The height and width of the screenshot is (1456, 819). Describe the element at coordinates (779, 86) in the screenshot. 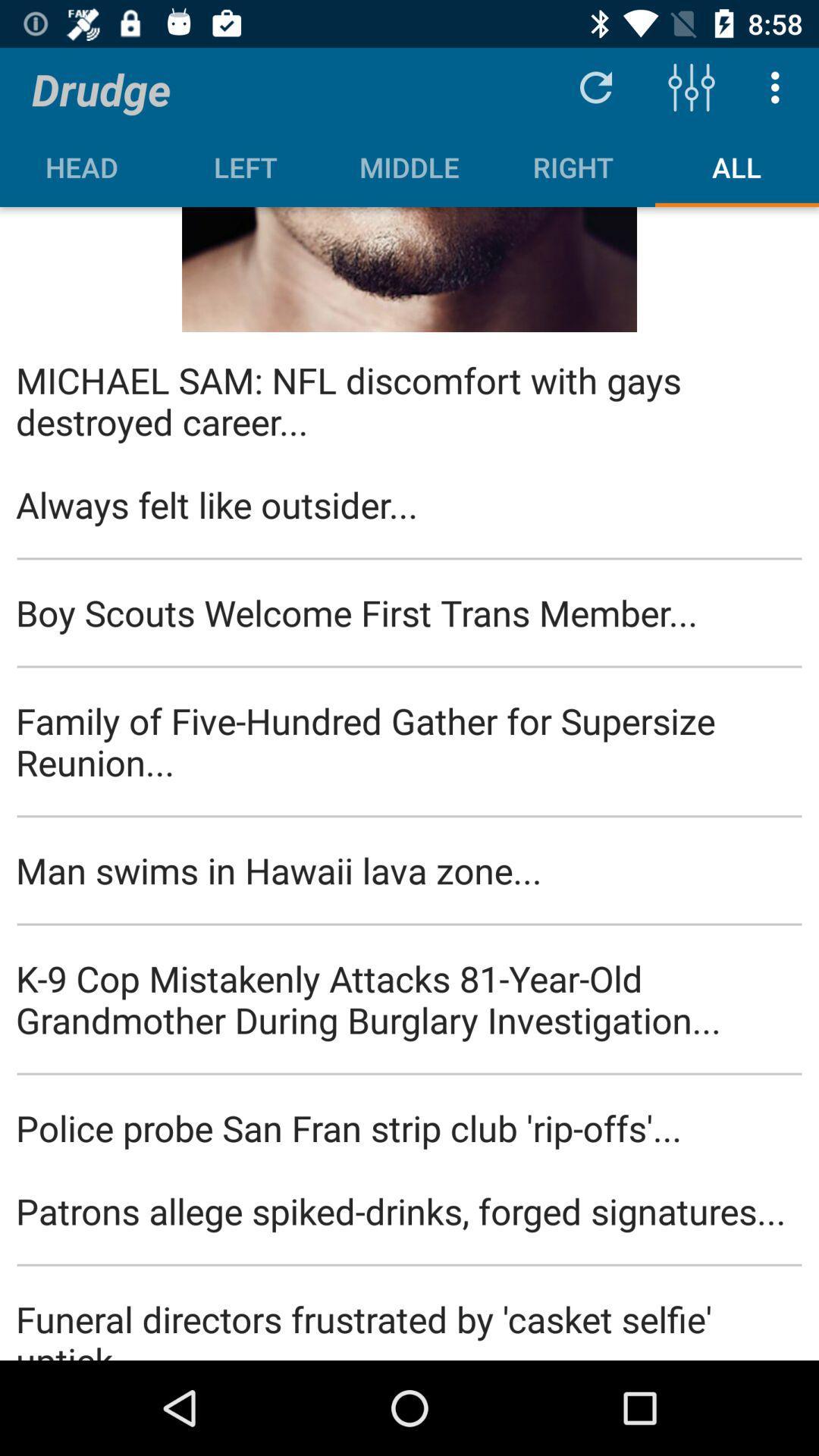

I see `the item above all` at that location.